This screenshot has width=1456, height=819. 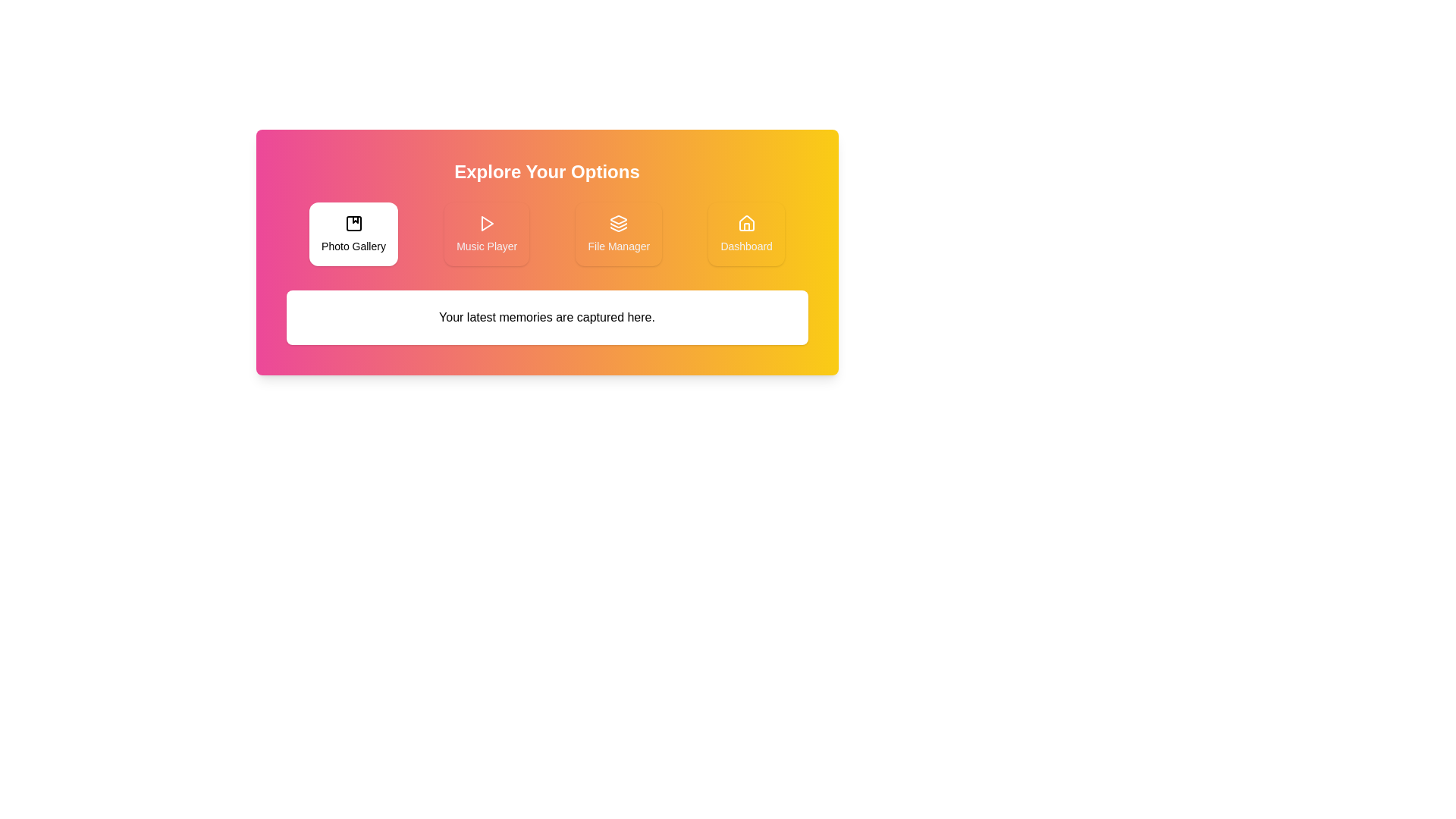 I want to click on text label displaying 'Dashboard' which is in a small gray font against a yellow background, located below the icon in the fourth interactive option, so click(x=746, y=245).